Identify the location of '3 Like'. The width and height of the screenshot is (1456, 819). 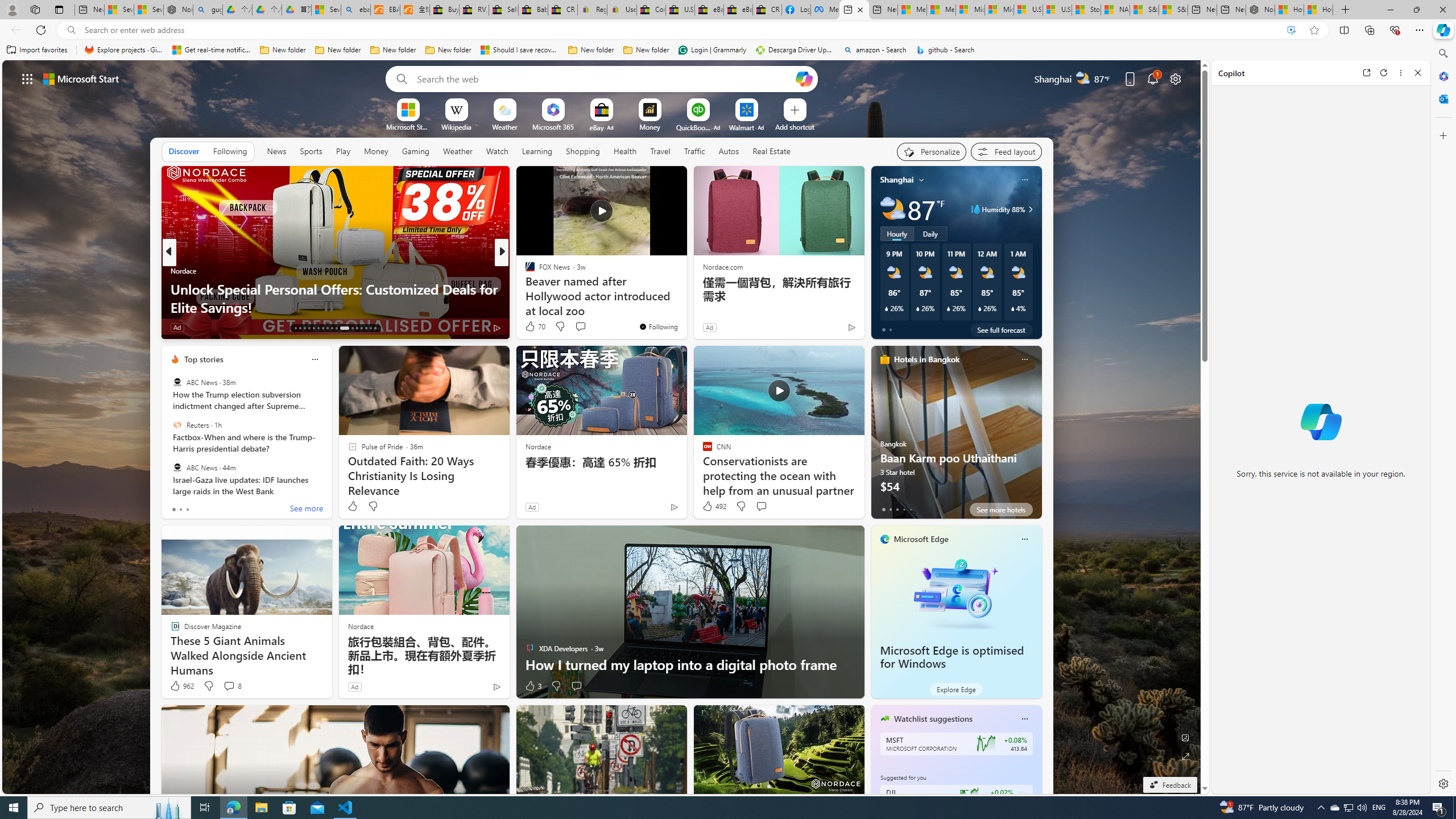
(532, 686).